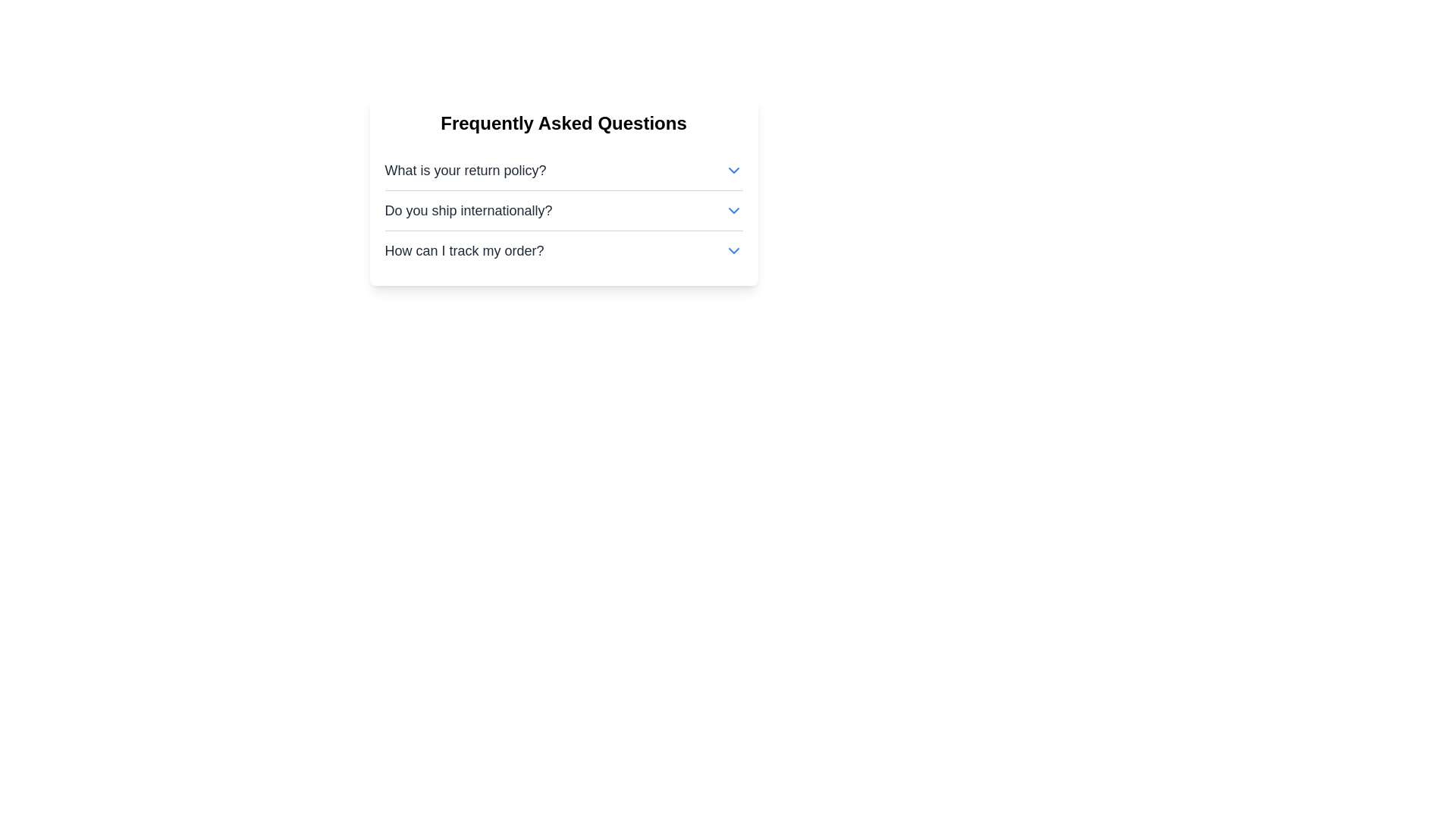 The width and height of the screenshot is (1456, 819). I want to click on the second interactive question expander in the FAQ section, located between 'What is your return policy?' and 'How can I track my order?', so click(563, 210).